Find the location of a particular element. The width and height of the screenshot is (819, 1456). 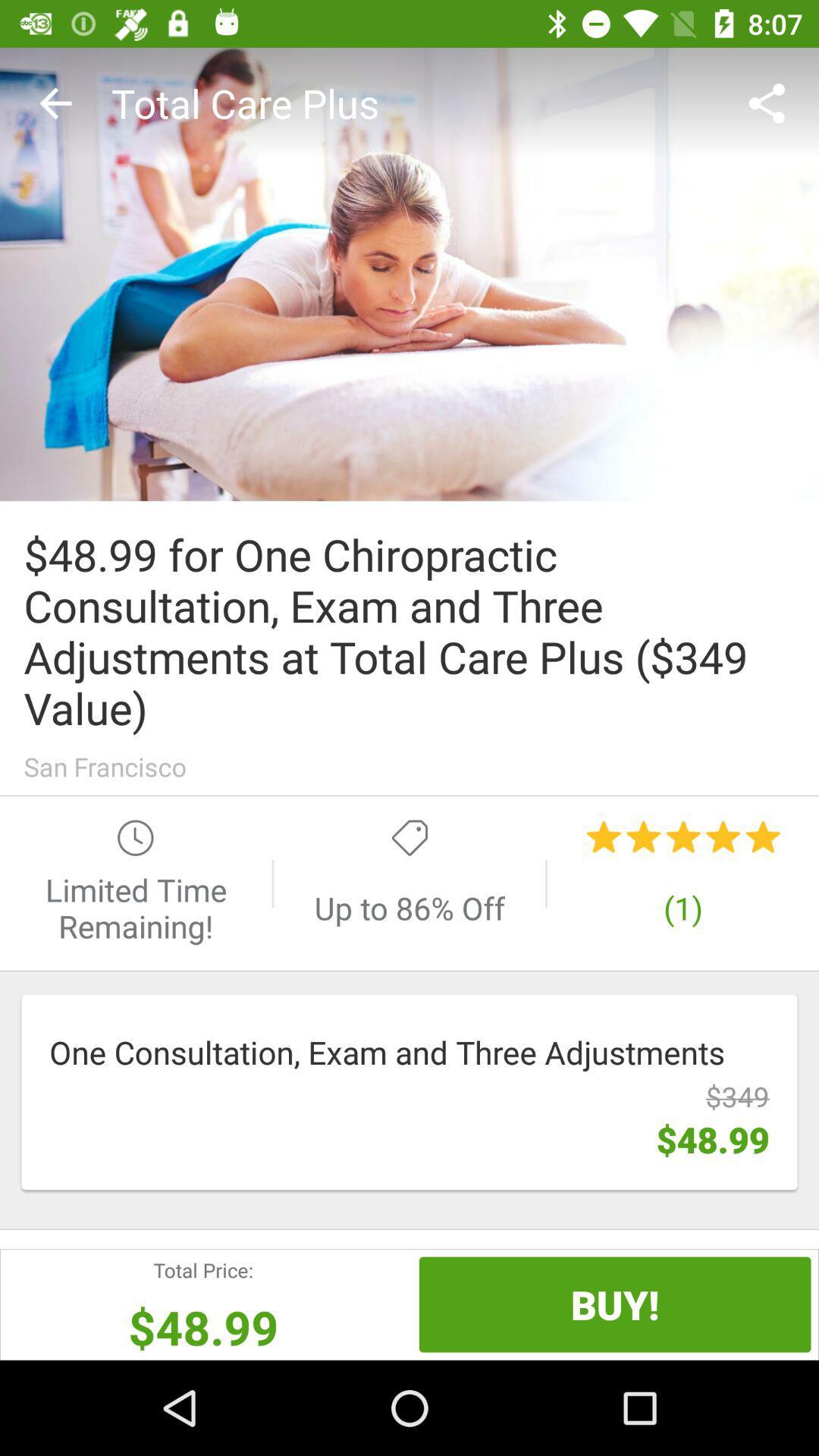

the icon above 48 99 for icon is located at coordinates (771, 102).